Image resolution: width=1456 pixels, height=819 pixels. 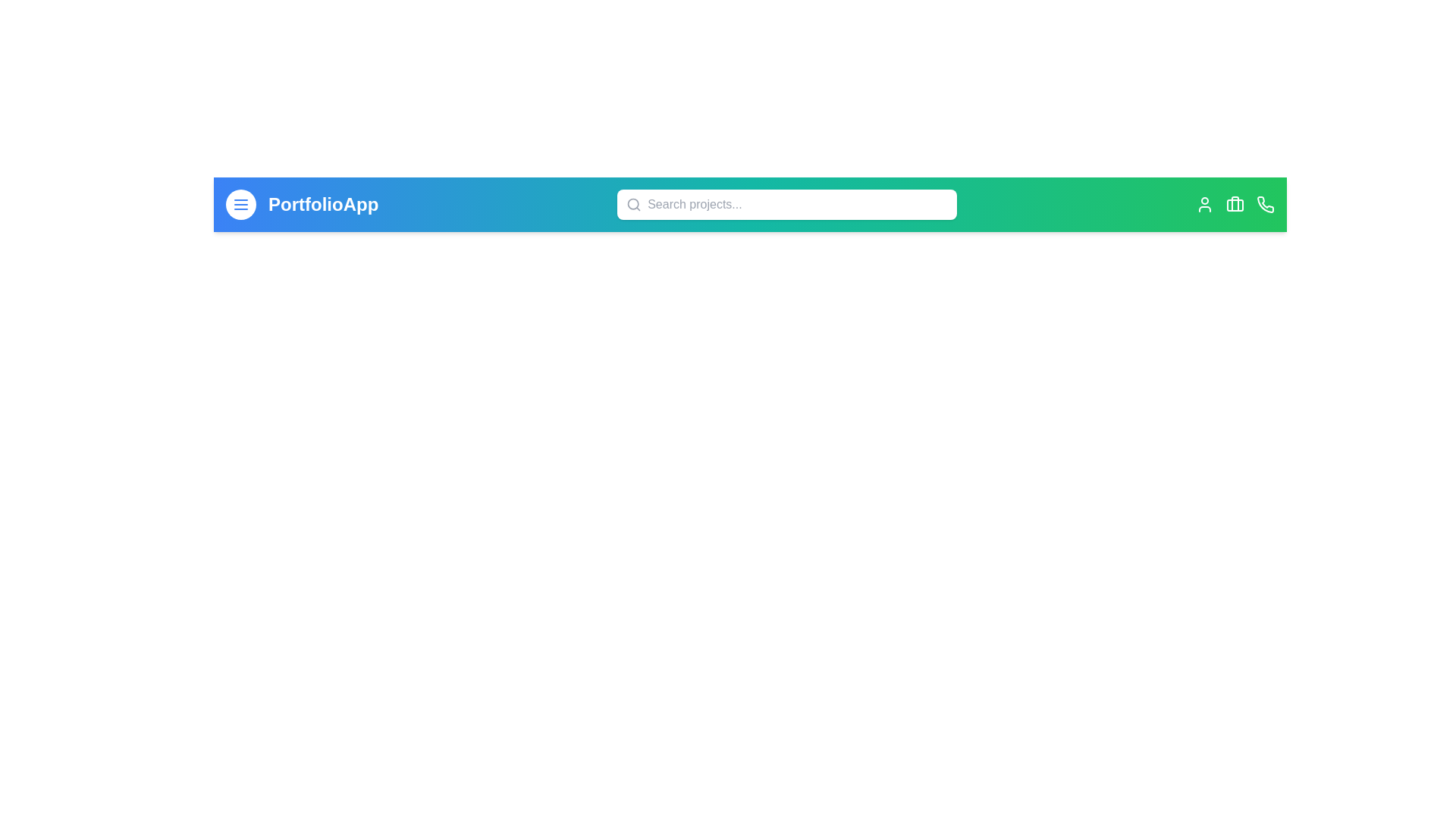 What do you see at coordinates (1203, 205) in the screenshot?
I see `the user icon located on the right side of the app bar` at bounding box center [1203, 205].